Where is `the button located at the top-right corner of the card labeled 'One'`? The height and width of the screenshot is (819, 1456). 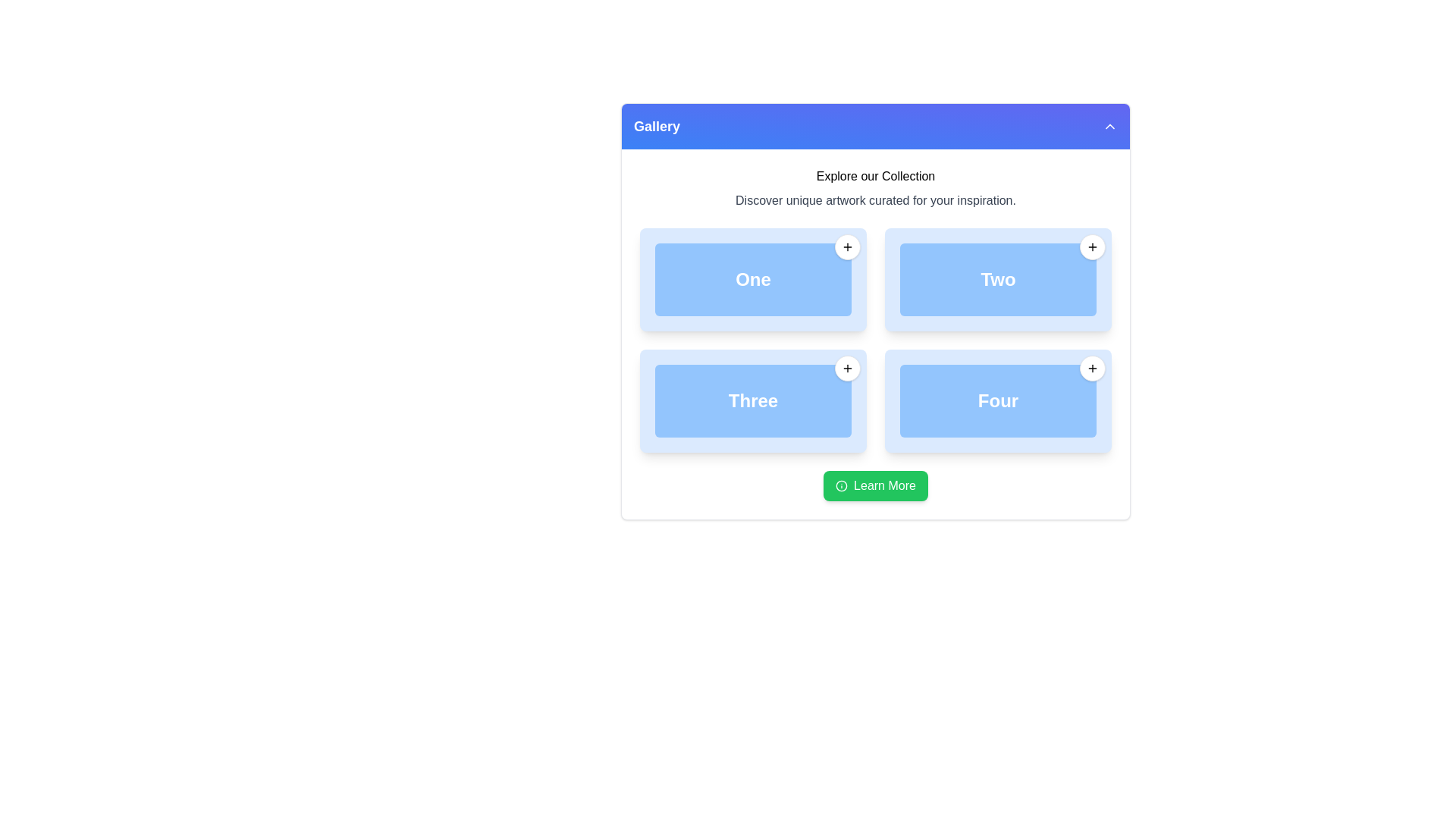
the button located at the top-right corner of the card labeled 'One' is located at coordinates (847, 246).